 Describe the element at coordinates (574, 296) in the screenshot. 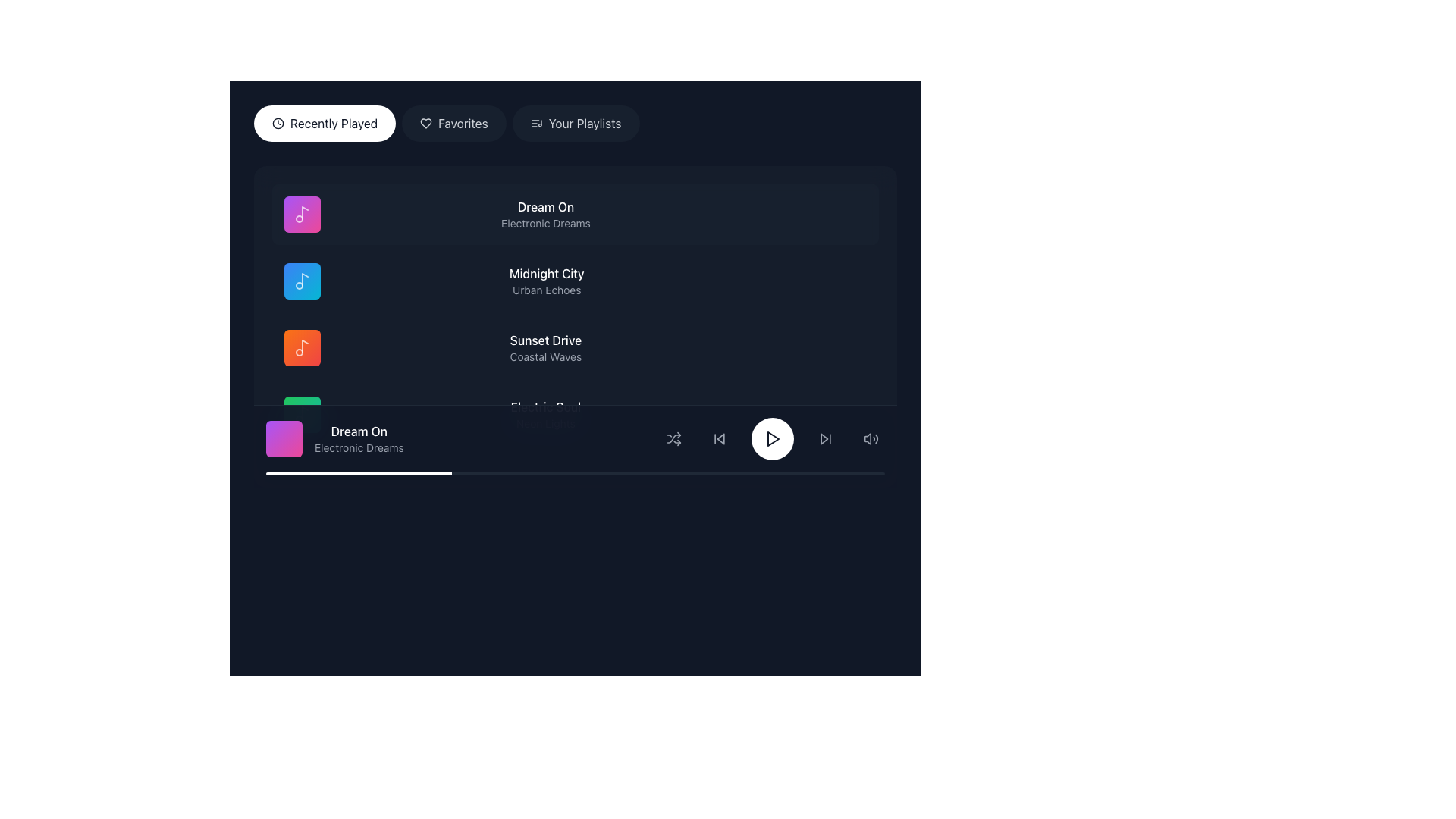

I see `the music entry list item for 'Midnight City'` at that location.